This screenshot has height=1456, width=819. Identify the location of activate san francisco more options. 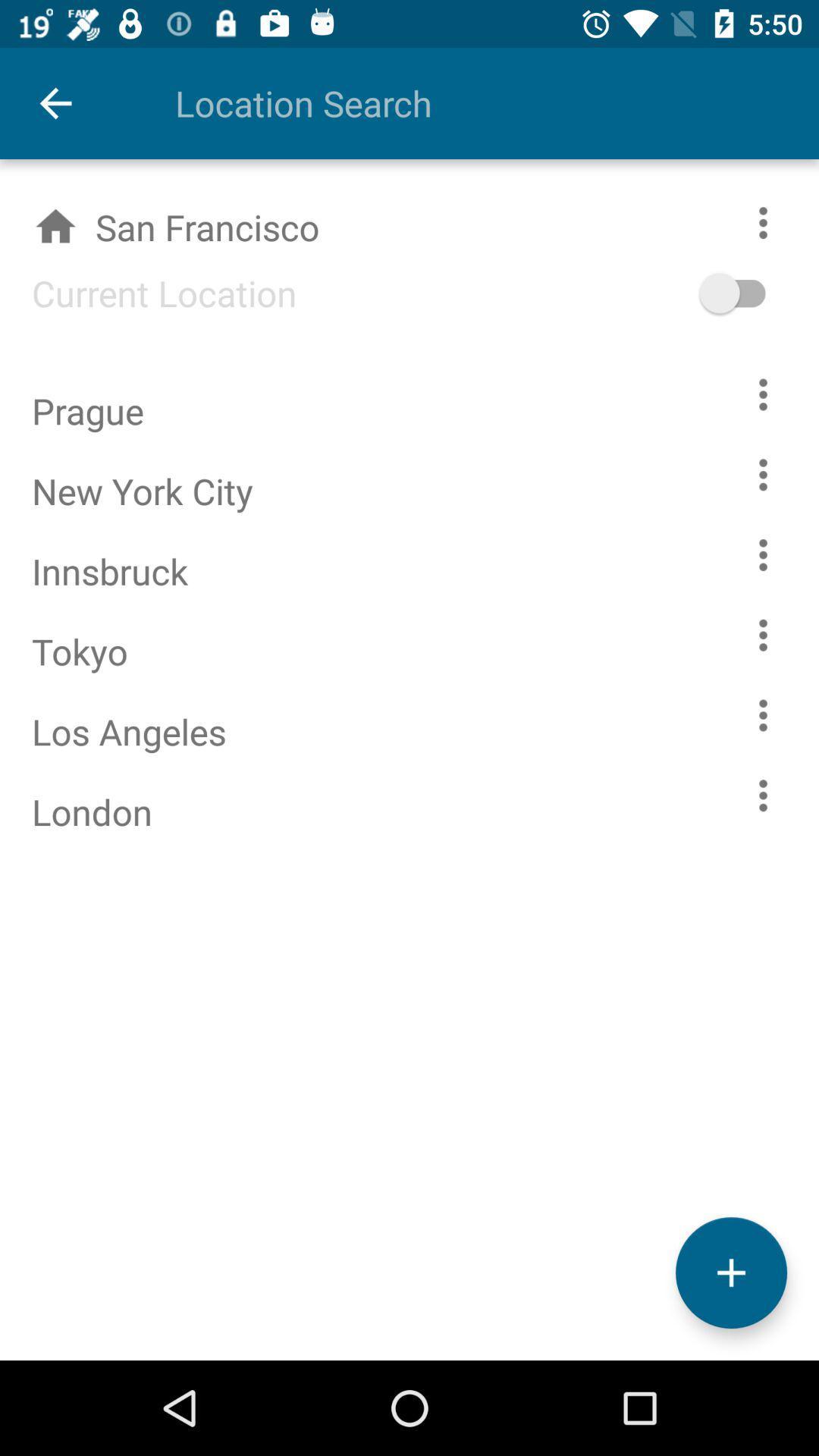
(779, 221).